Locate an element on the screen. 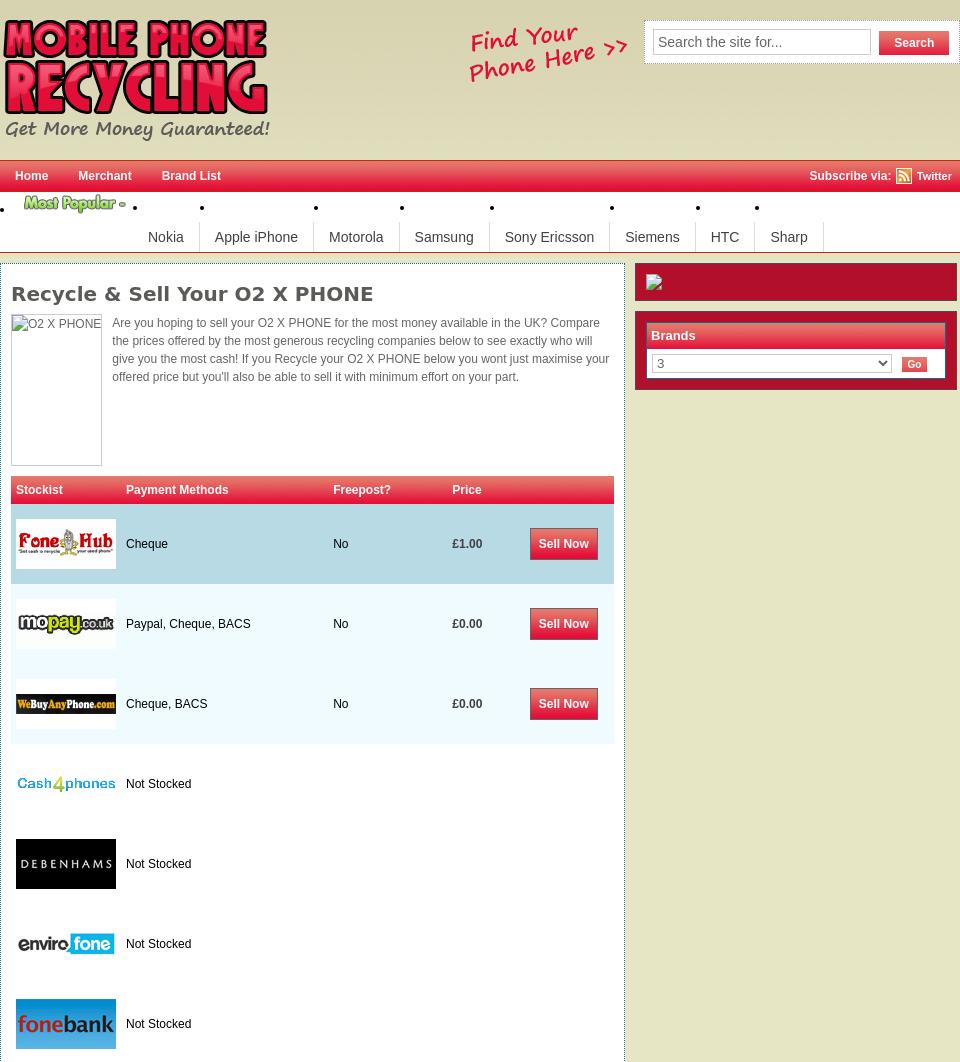 Image resolution: width=960 pixels, height=1062 pixels. 'Cheque' is located at coordinates (125, 543).